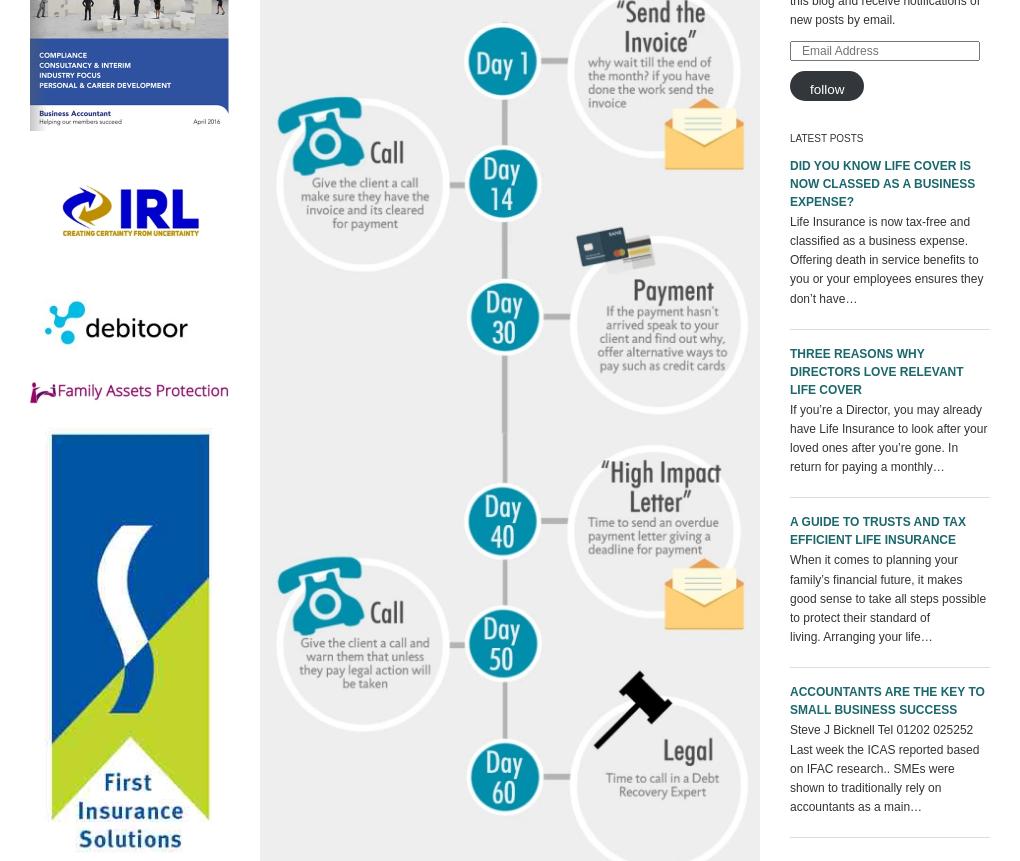  I want to click on 'Steve J Bicknell Tel 01202 025252 Last week the ICAS reported based on IFAC research.. SMEs were shown to traditionally rely on accountants as a main…', so click(883, 768).